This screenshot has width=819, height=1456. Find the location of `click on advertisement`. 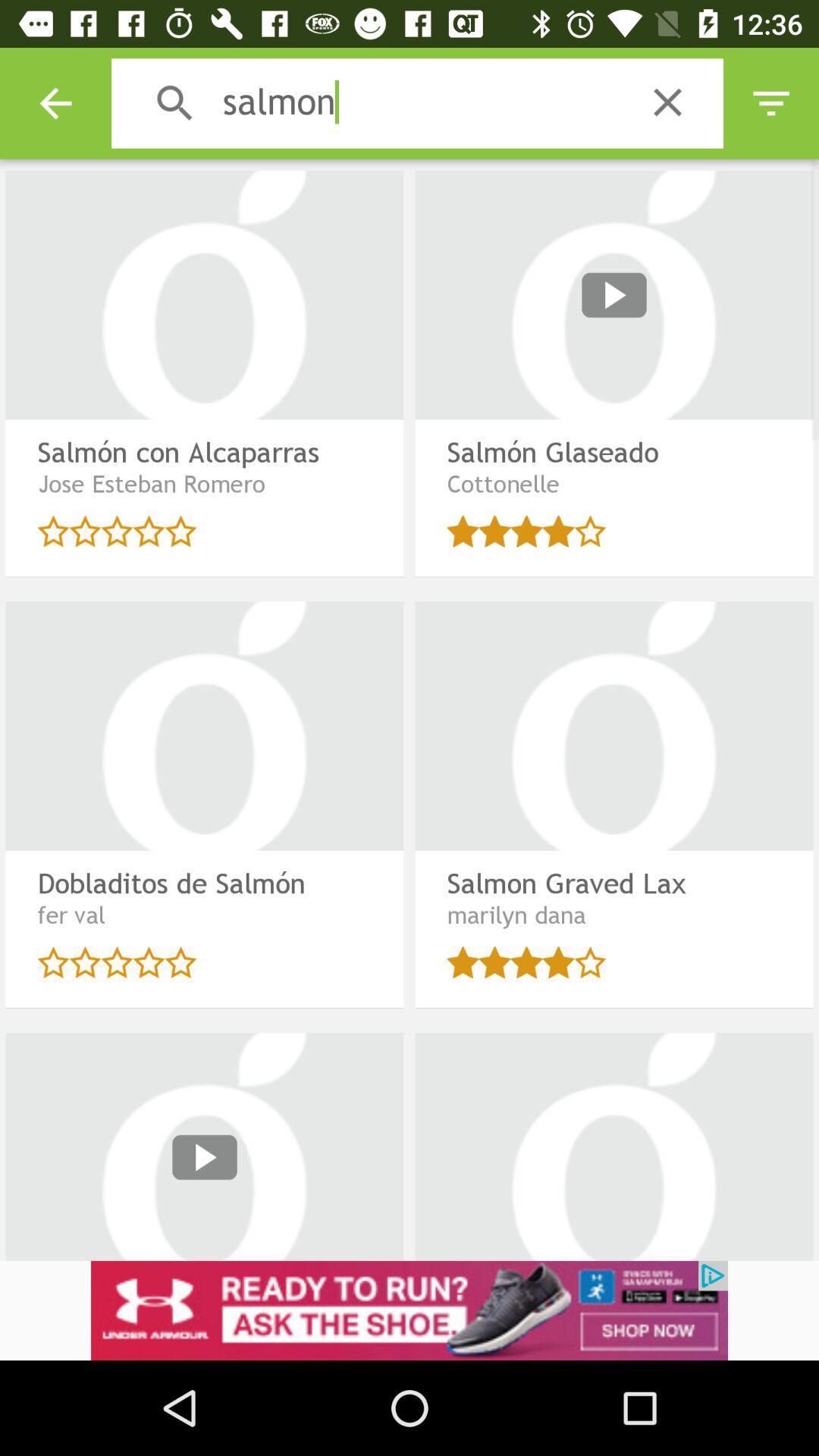

click on advertisement is located at coordinates (409, 1310).